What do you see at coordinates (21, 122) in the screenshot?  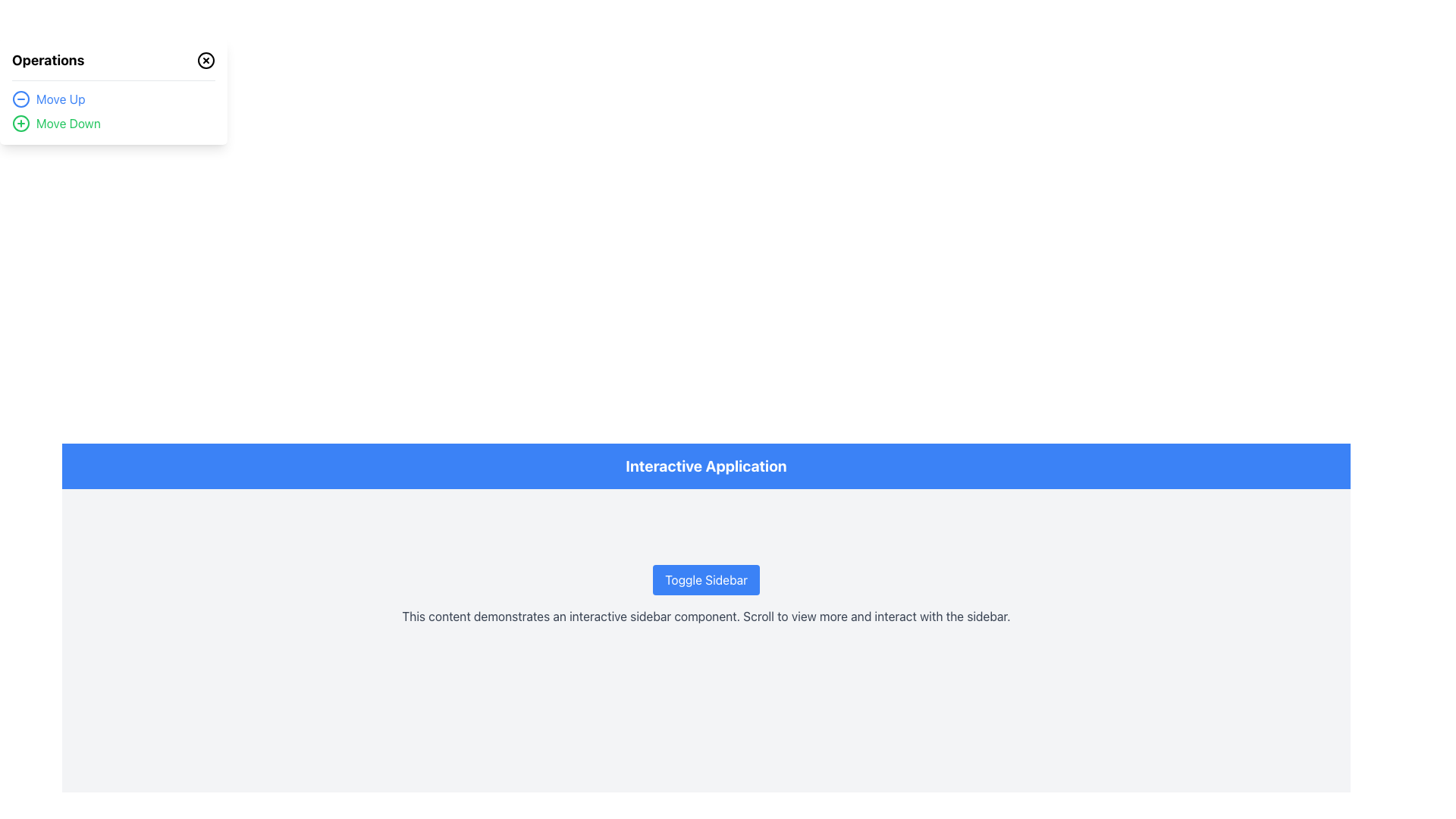 I see `the outermost circle of the 'Move Down' icon in the top-left corner of the interface` at bounding box center [21, 122].